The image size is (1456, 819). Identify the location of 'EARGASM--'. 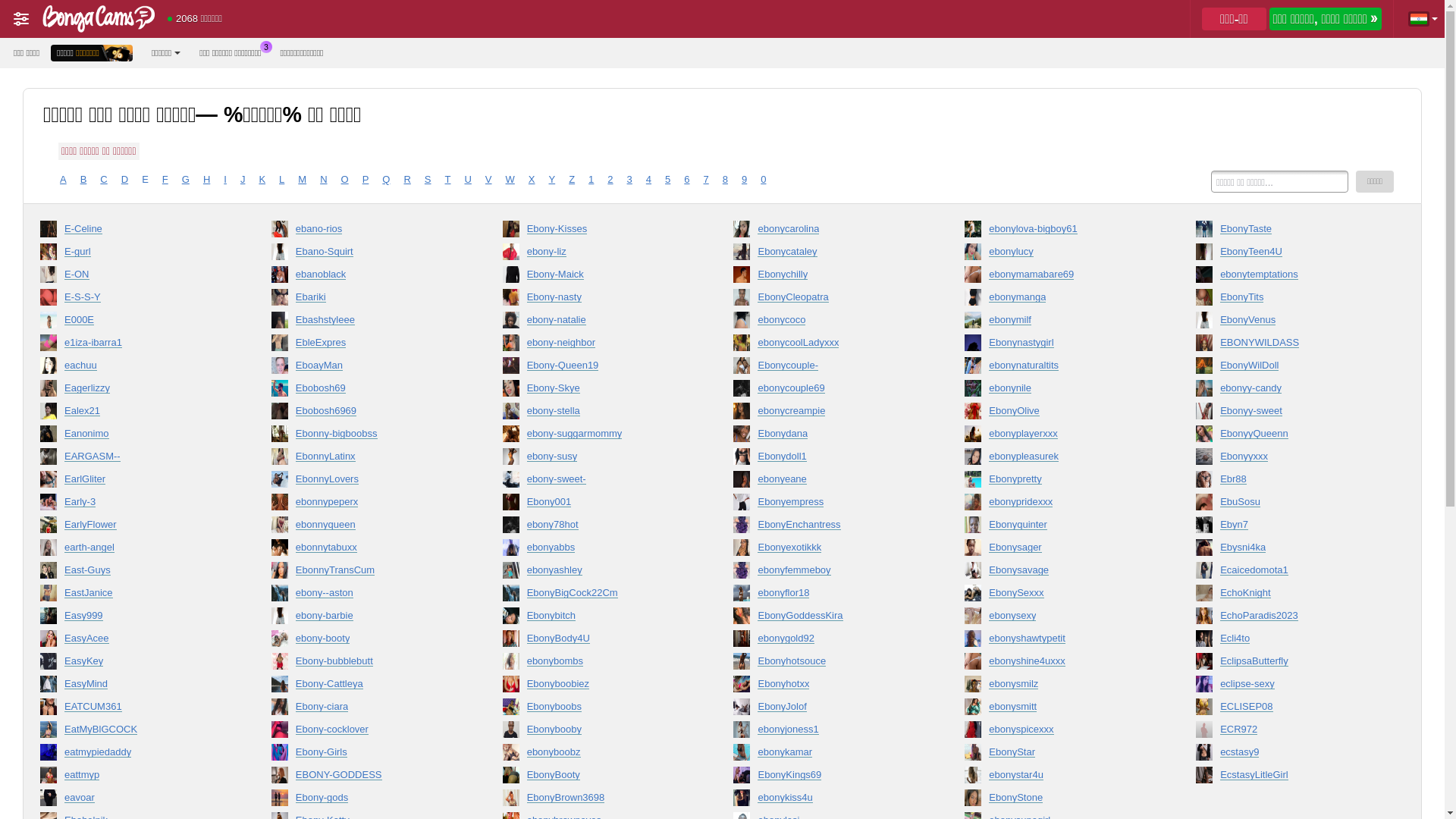
(134, 458).